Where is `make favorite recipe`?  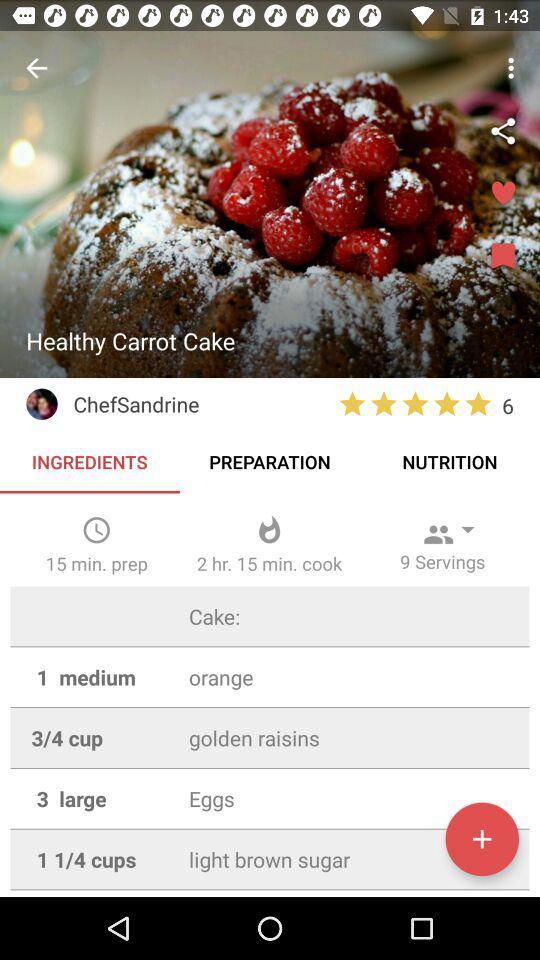 make favorite recipe is located at coordinates (502, 194).